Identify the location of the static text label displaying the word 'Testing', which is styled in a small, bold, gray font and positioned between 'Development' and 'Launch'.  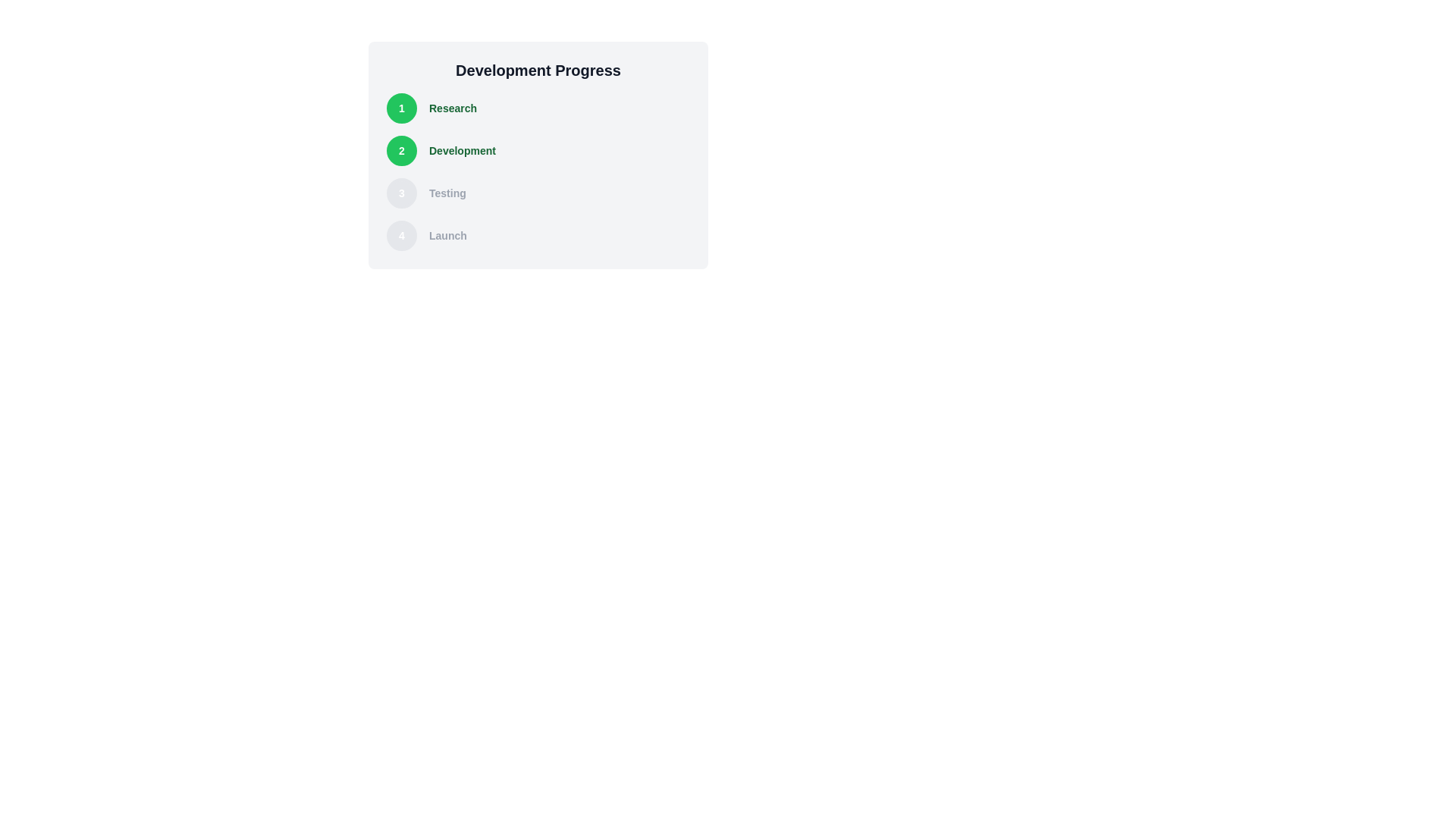
(447, 192).